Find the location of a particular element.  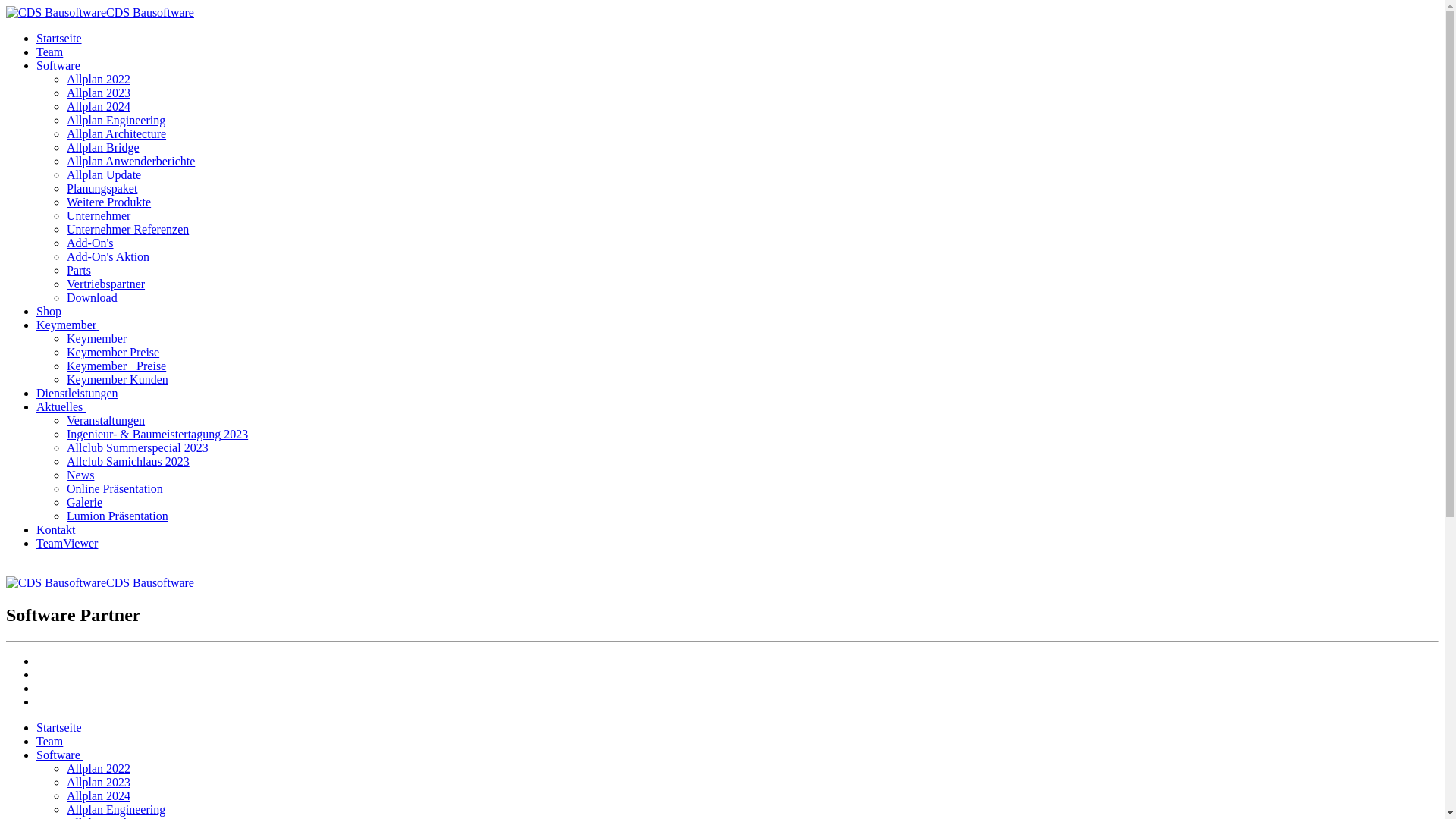

'Allplan Update' is located at coordinates (65, 174).